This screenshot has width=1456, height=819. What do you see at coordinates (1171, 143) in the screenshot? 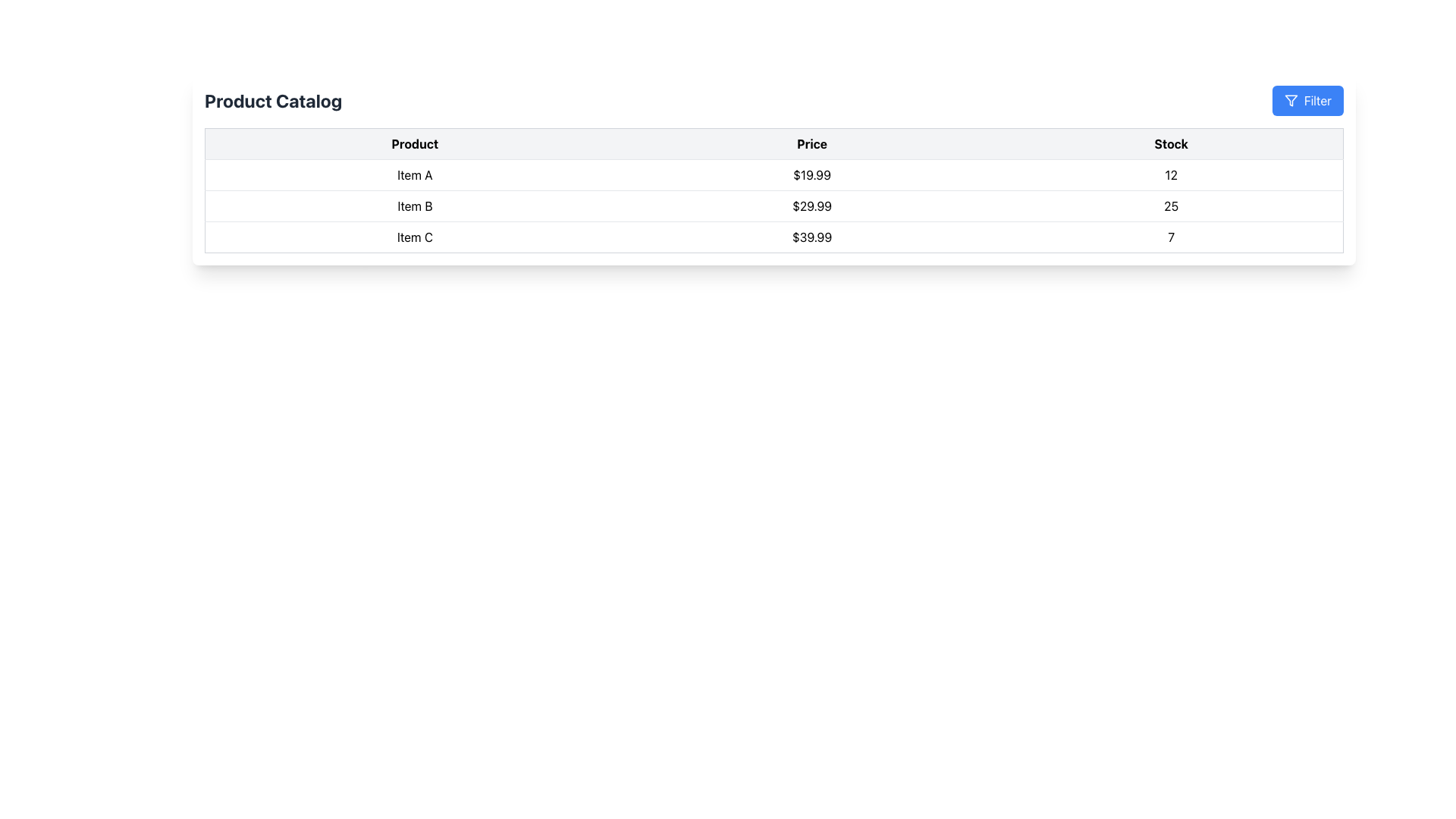
I see `the header cell labeled 'Stock' in the table, which is the third cell in the header row, positioned to the right of the 'Price' header cell` at bounding box center [1171, 143].